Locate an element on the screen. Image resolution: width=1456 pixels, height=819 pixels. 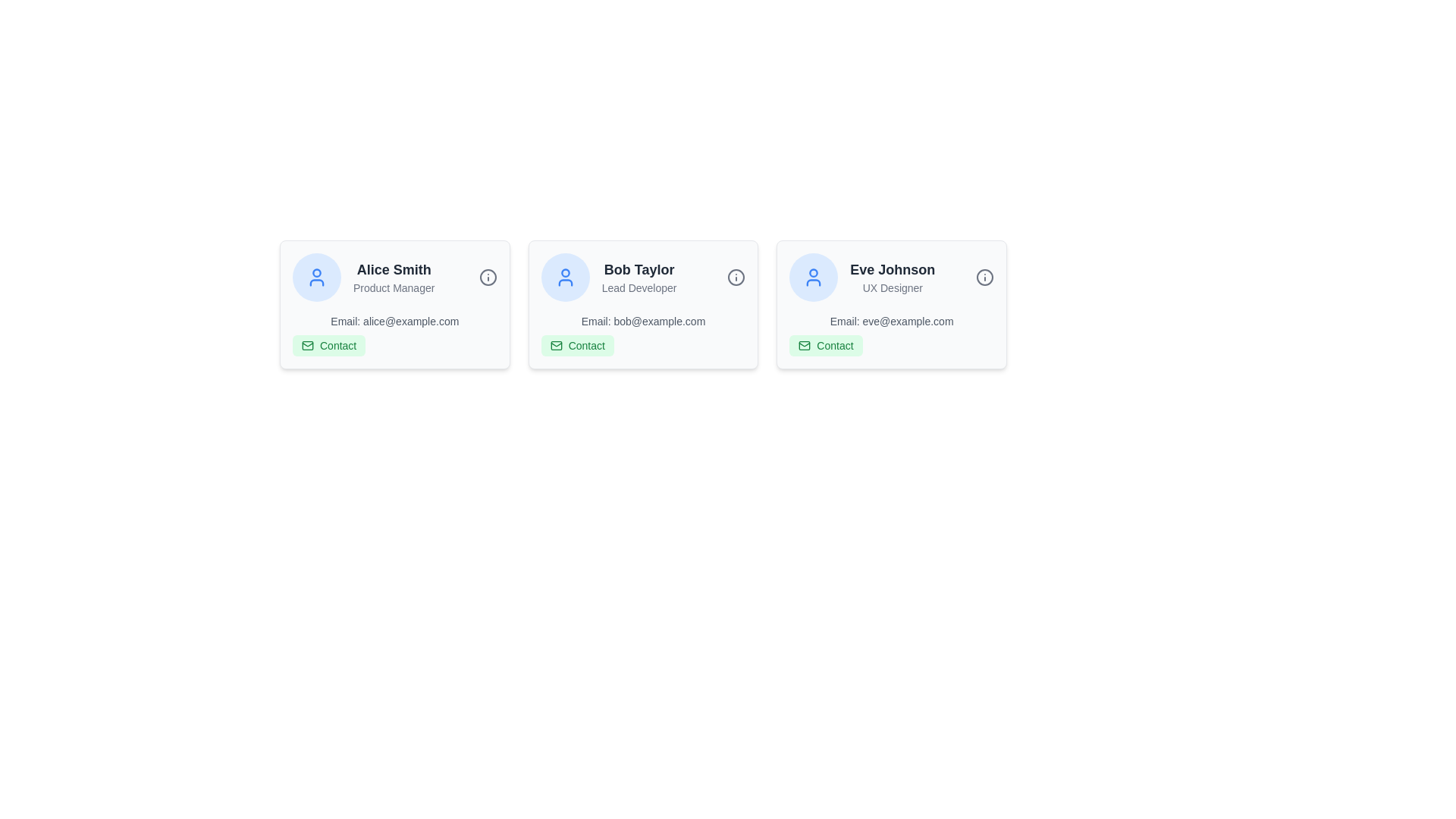
the second Contact Card in the grid layout, which displays an individual's photo, name, role, contact email, and a green 'Contact' button is located at coordinates (643, 304).